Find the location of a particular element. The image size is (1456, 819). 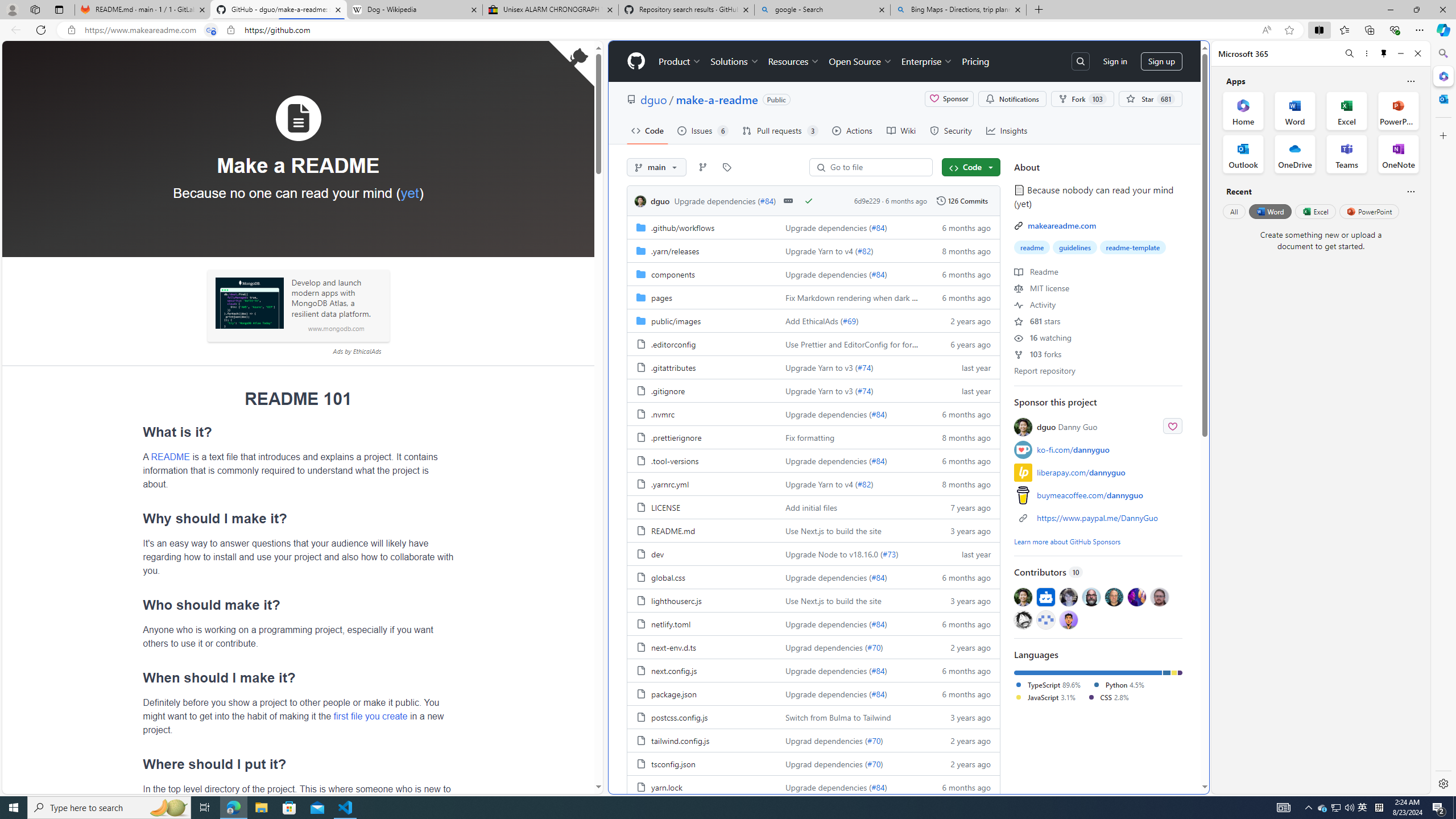

'TypeScript89.6%' is located at coordinates (1052, 684).